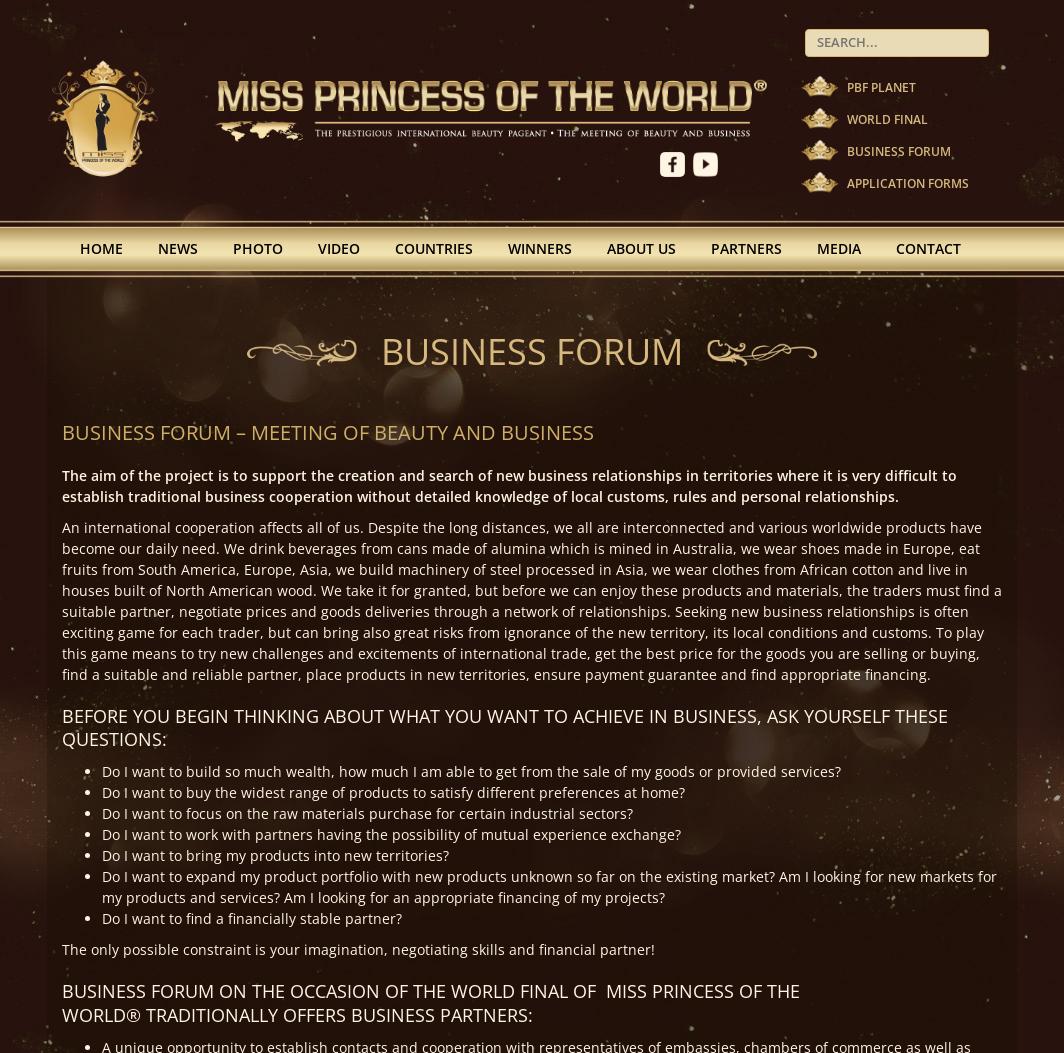  Describe the element at coordinates (275, 854) in the screenshot. I see `'Do I want to bring my products into new territories?'` at that location.